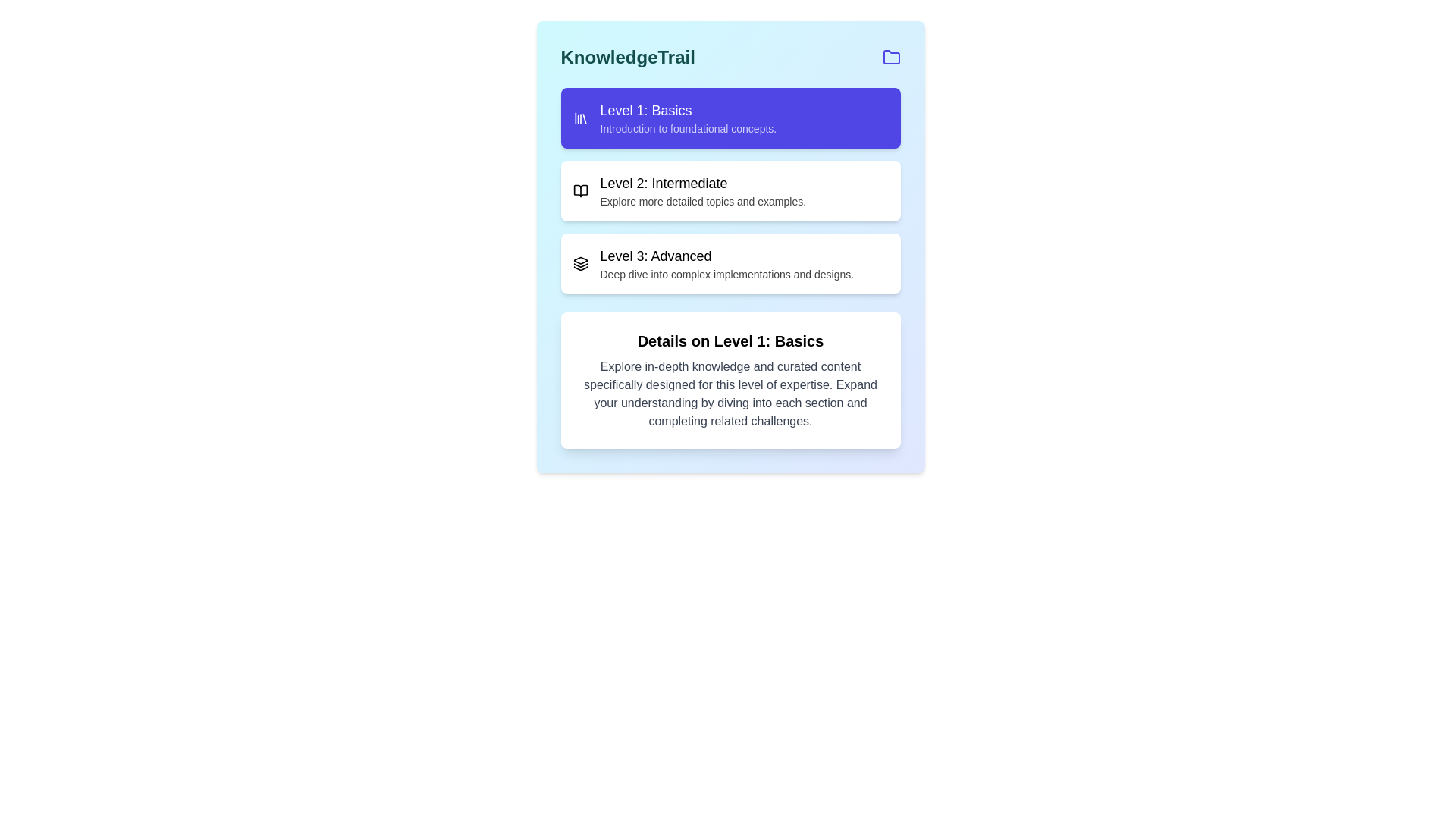 Image resolution: width=1456 pixels, height=819 pixels. What do you see at coordinates (579, 190) in the screenshot?
I see `the icon that visually indicates the 'Level 2: Intermediate' section, which aids in recognition and navigation` at bounding box center [579, 190].